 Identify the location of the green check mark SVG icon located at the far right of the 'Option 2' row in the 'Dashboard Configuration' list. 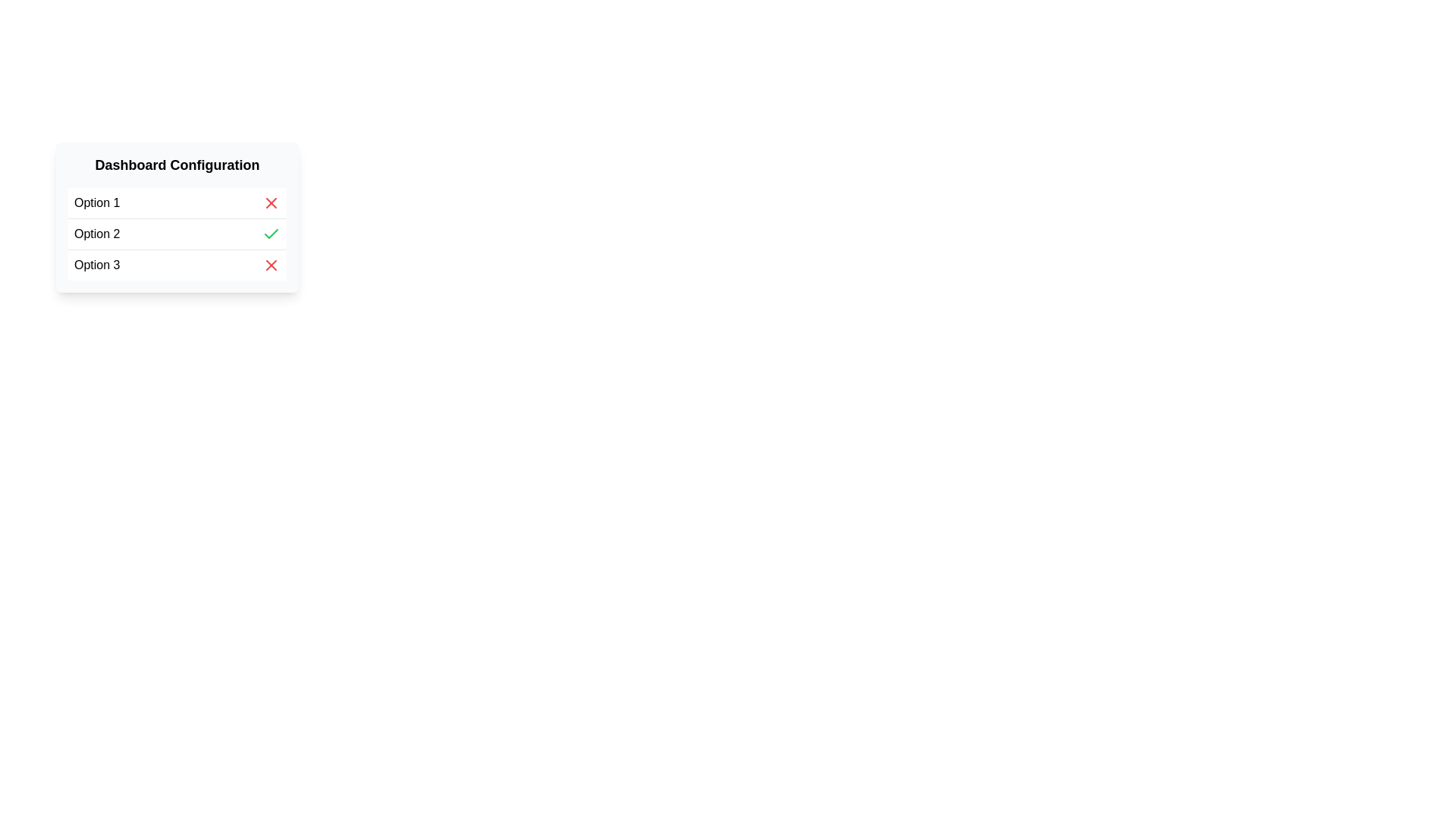
(271, 234).